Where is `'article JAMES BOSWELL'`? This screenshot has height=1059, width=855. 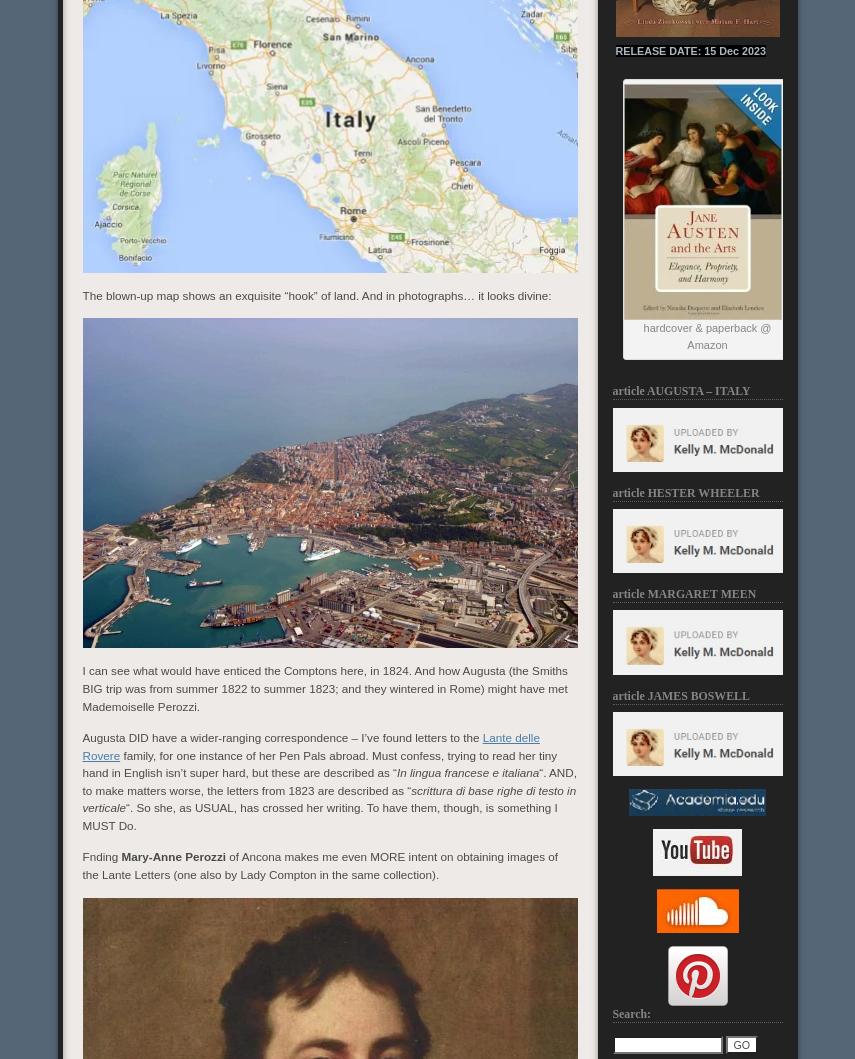 'article JAMES BOSWELL' is located at coordinates (612, 695).